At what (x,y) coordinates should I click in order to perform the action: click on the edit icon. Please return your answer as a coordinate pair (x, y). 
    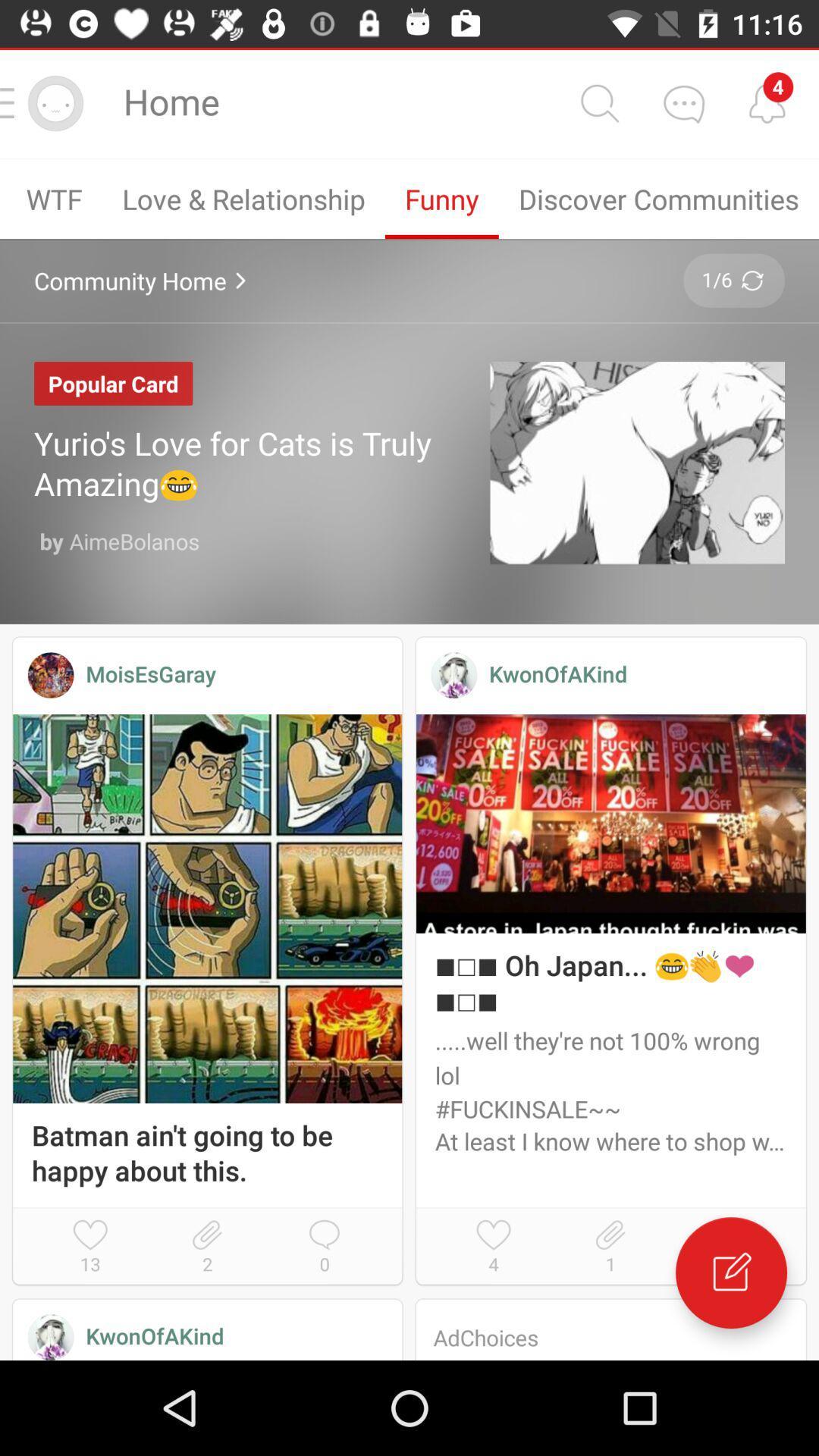
    Looking at the image, I should click on (730, 1272).